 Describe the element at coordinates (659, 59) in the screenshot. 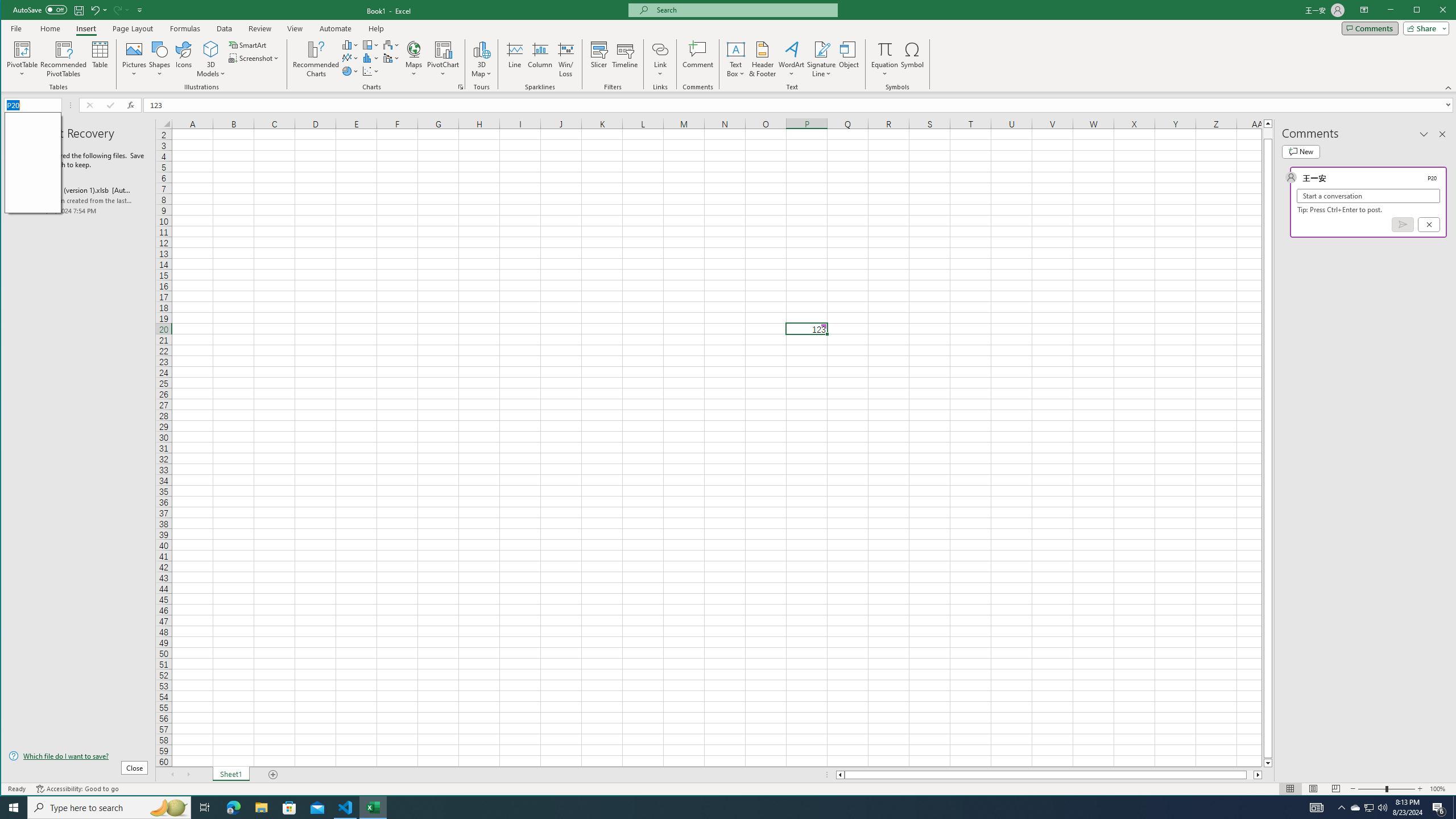

I see `'Link'` at that location.